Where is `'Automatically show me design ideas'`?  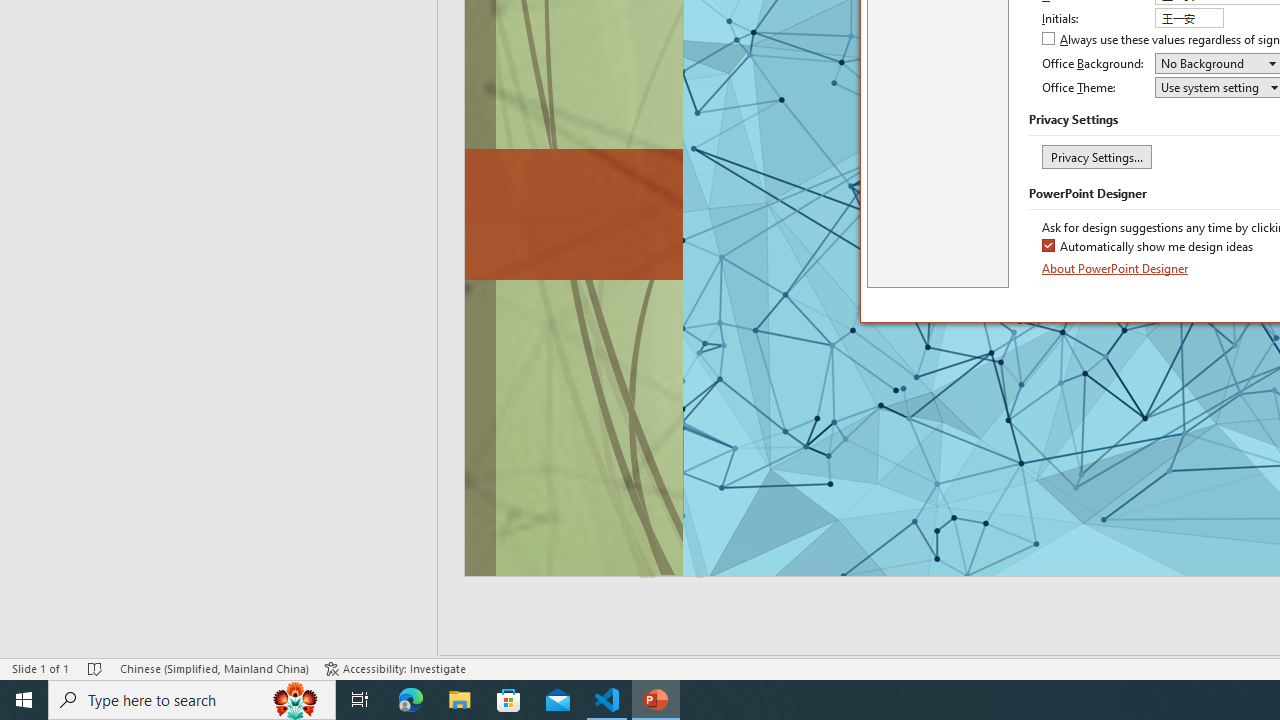
'Automatically show me design ideas' is located at coordinates (1149, 246).